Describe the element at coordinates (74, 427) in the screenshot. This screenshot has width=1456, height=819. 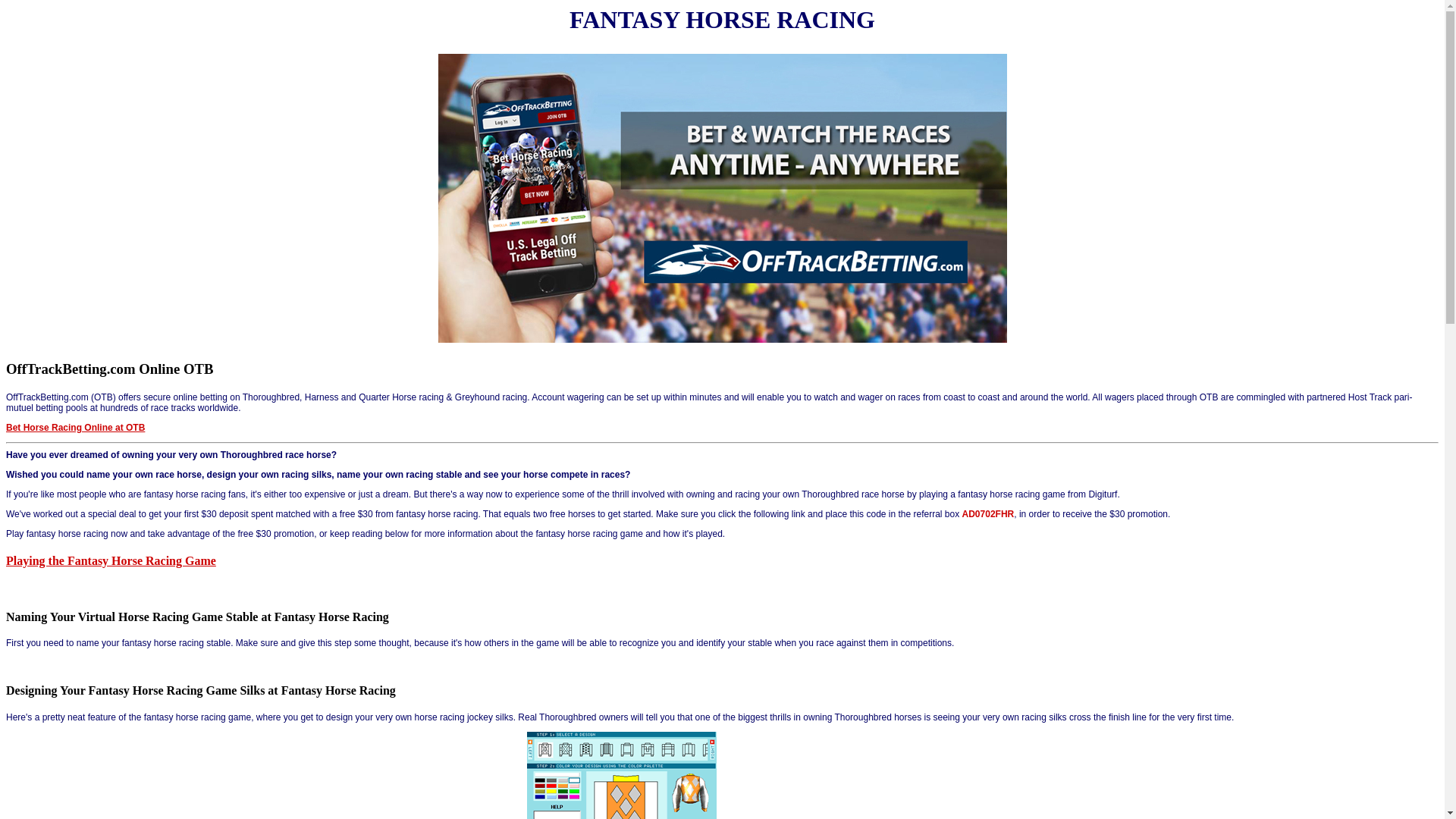
I see `'Bet Horse Racing Online at OTB'` at that location.